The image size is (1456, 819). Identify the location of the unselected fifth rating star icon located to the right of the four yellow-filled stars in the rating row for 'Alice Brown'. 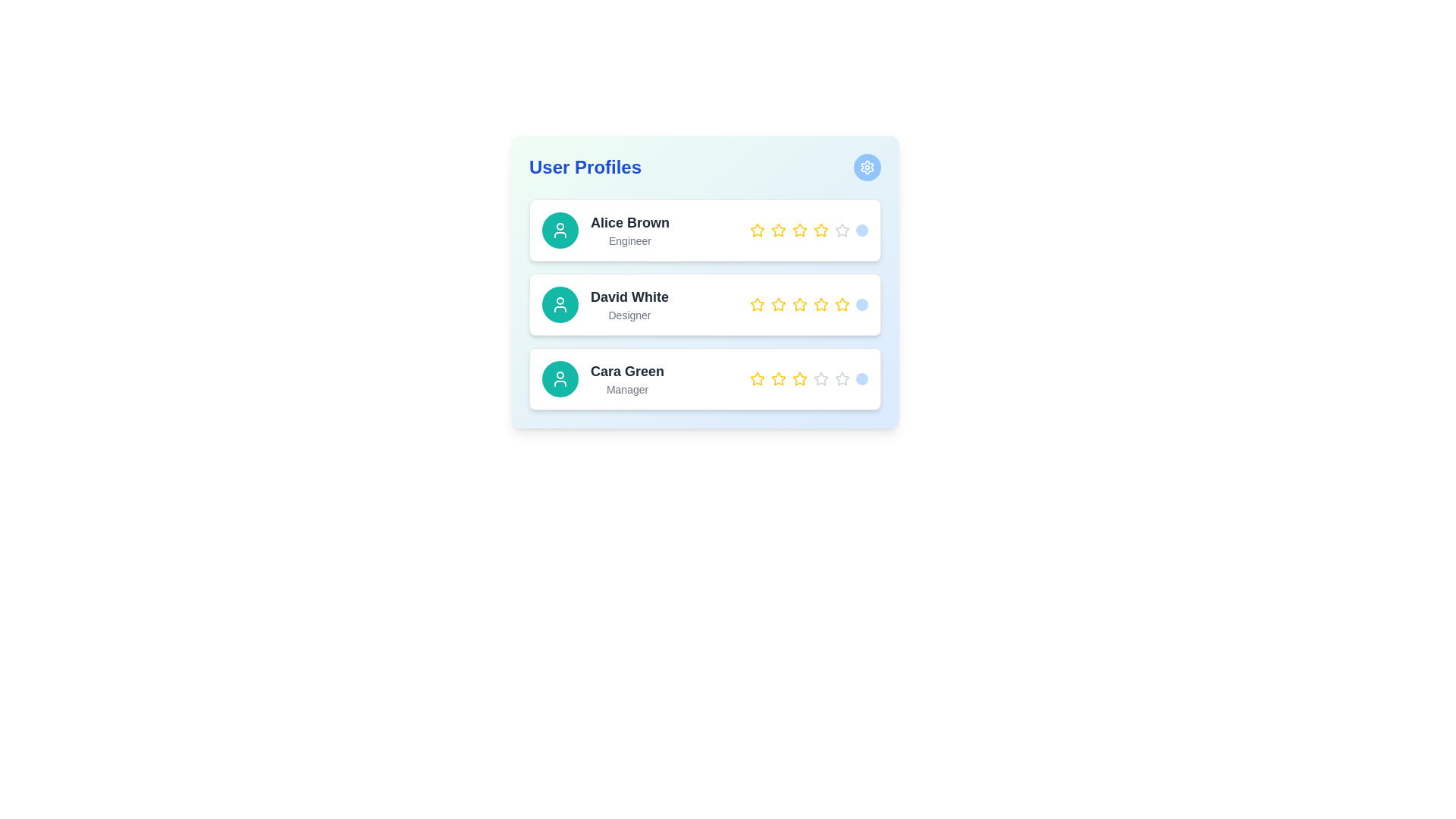
(840, 230).